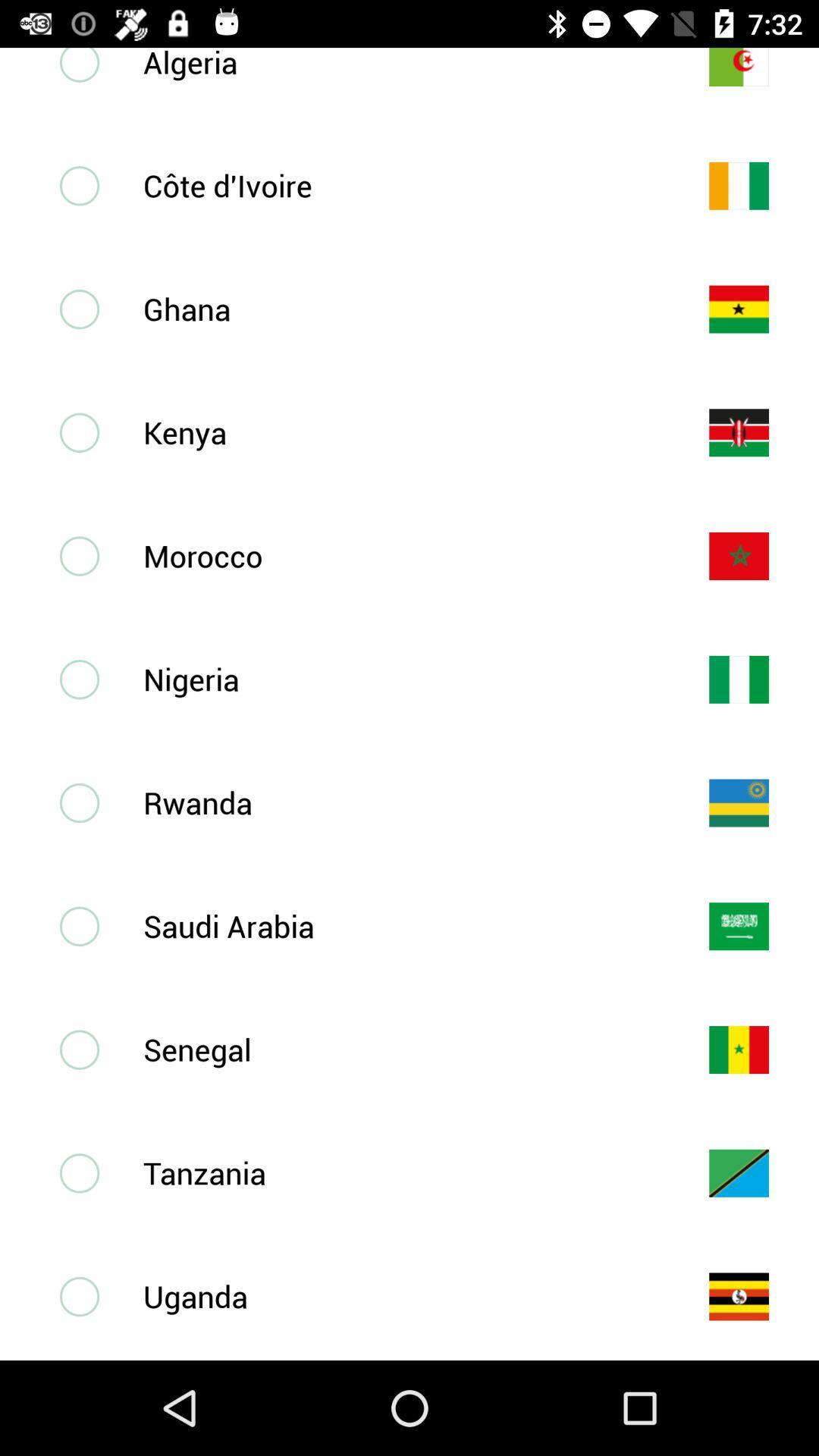  Describe the element at coordinates (400, 925) in the screenshot. I see `saudi arabia item` at that location.